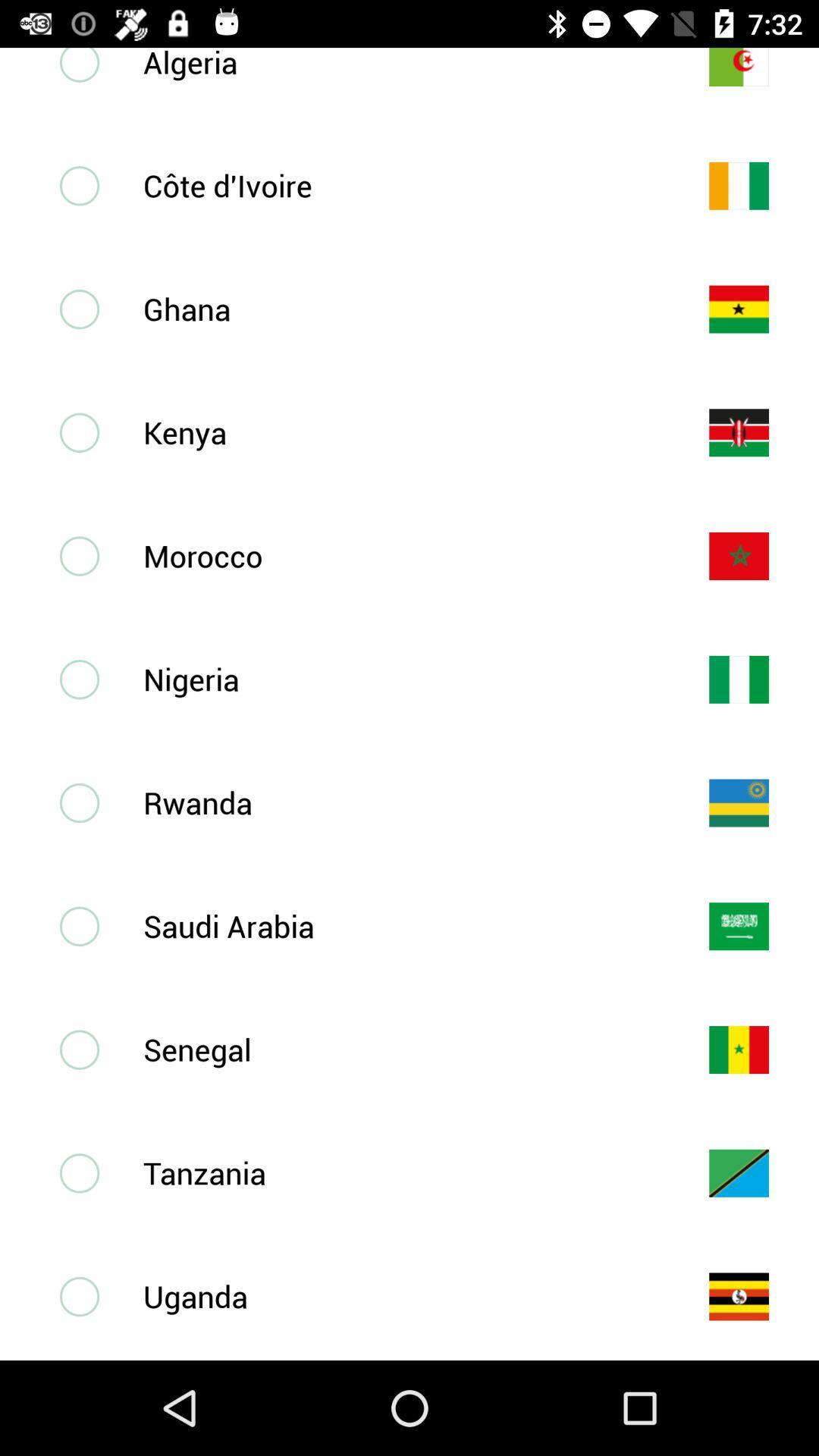  Describe the element at coordinates (400, 925) in the screenshot. I see `saudi arabia item` at that location.